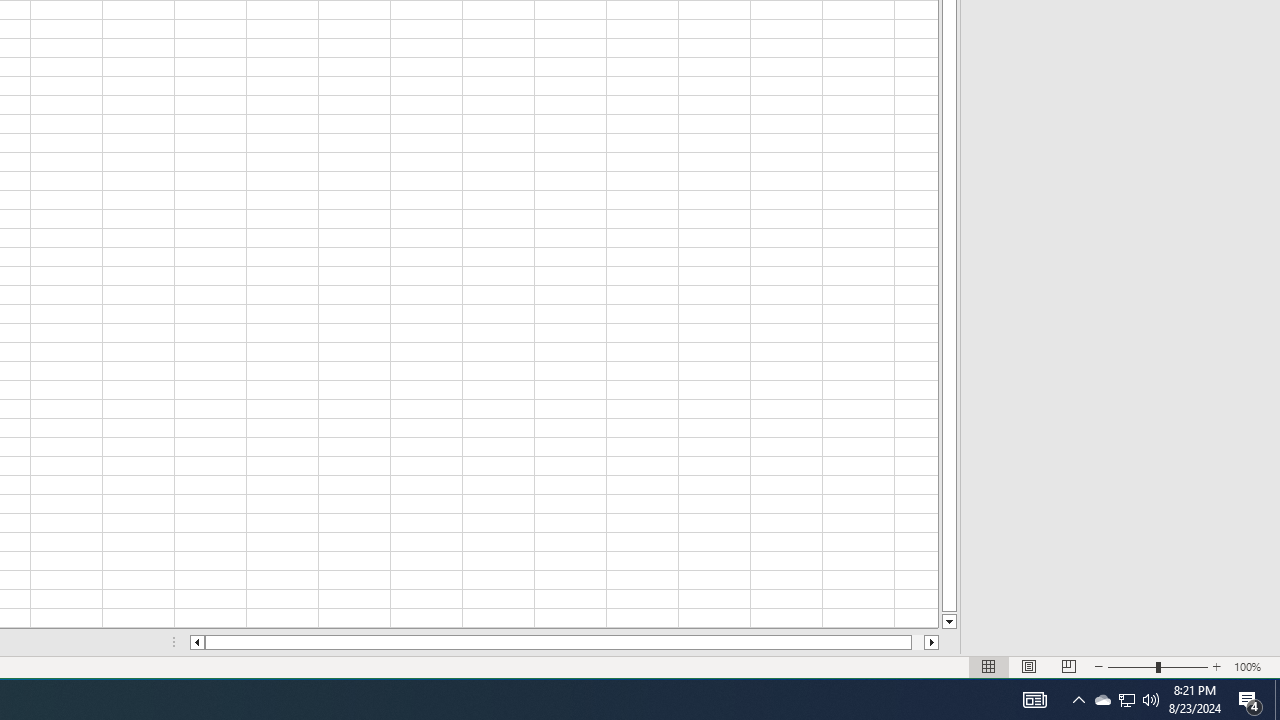 Image resolution: width=1280 pixels, height=720 pixels. I want to click on 'Class: NetUIScrollBar', so click(563, 642).